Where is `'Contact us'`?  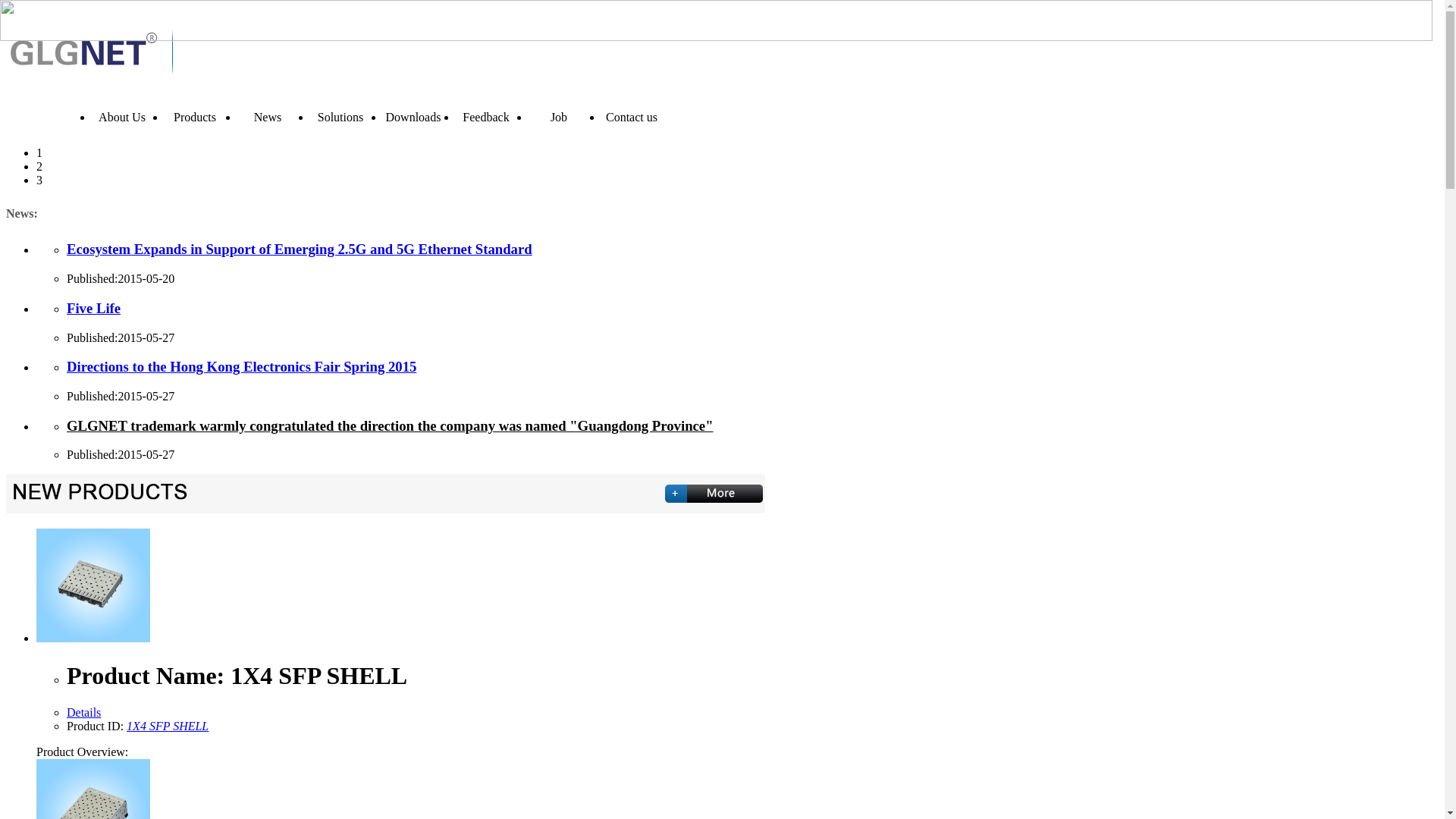
'Contact us' is located at coordinates (588, 116).